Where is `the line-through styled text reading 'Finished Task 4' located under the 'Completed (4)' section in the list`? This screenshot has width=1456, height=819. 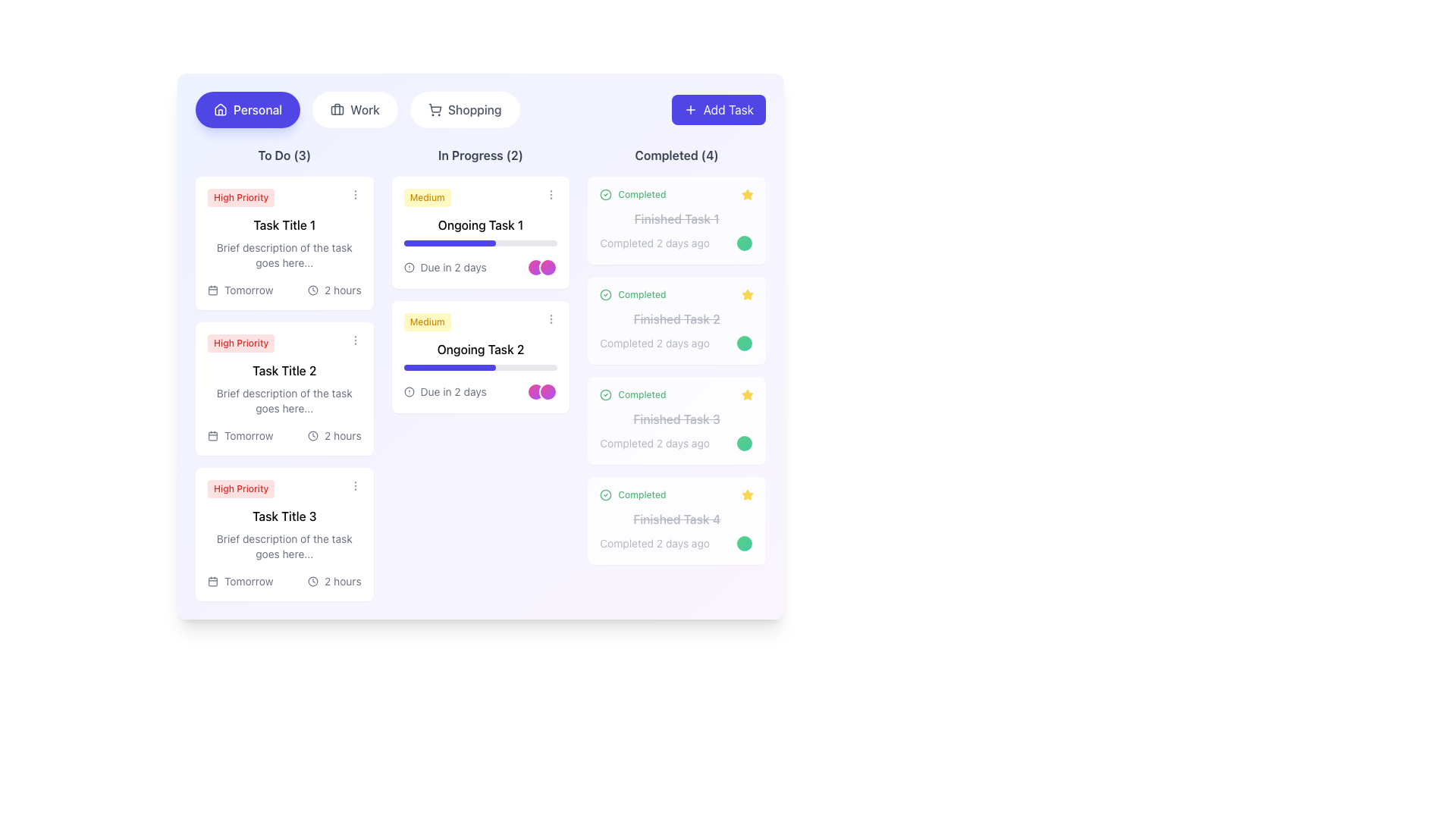 the line-through styled text reading 'Finished Task 4' located under the 'Completed (4)' section in the list is located at coordinates (676, 519).